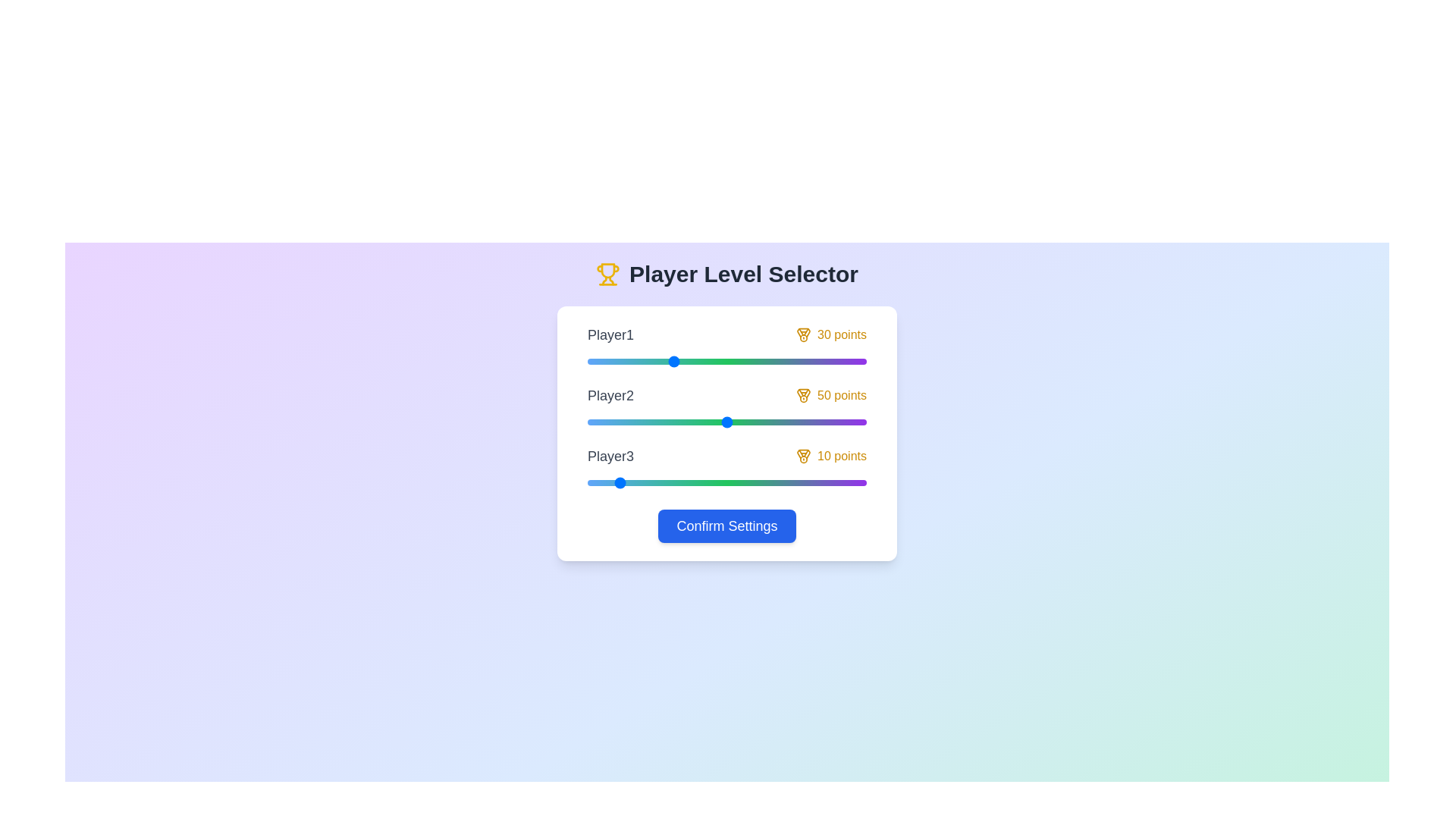 The width and height of the screenshot is (1456, 819). What do you see at coordinates (613, 482) in the screenshot?
I see `the slider for Player3 to set their level to 9` at bounding box center [613, 482].